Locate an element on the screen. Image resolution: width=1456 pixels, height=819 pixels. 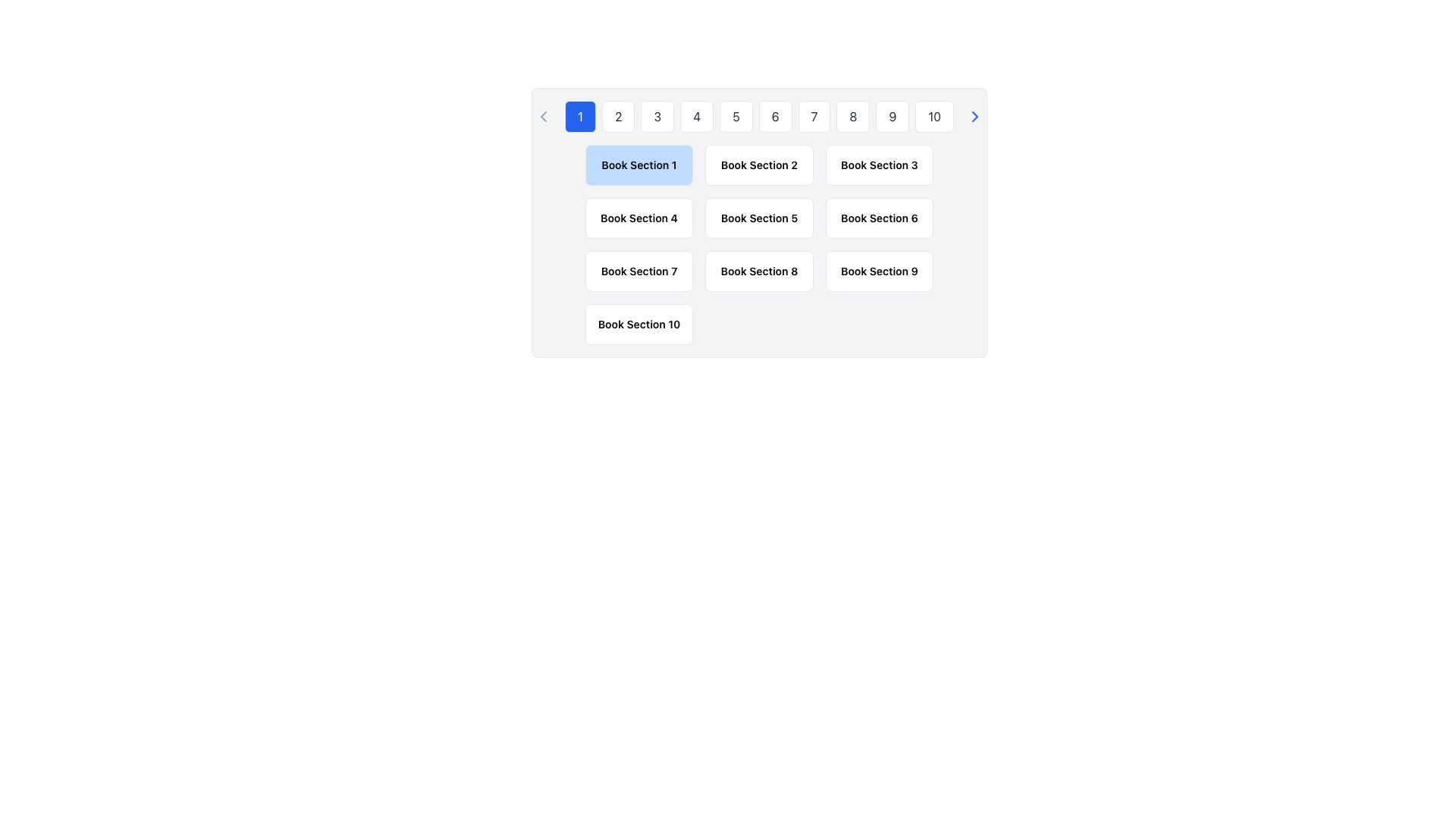
the selectable card labeled 'Book Section 5' located in the second row, second column of the grid layout is located at coordinates (759, 222).